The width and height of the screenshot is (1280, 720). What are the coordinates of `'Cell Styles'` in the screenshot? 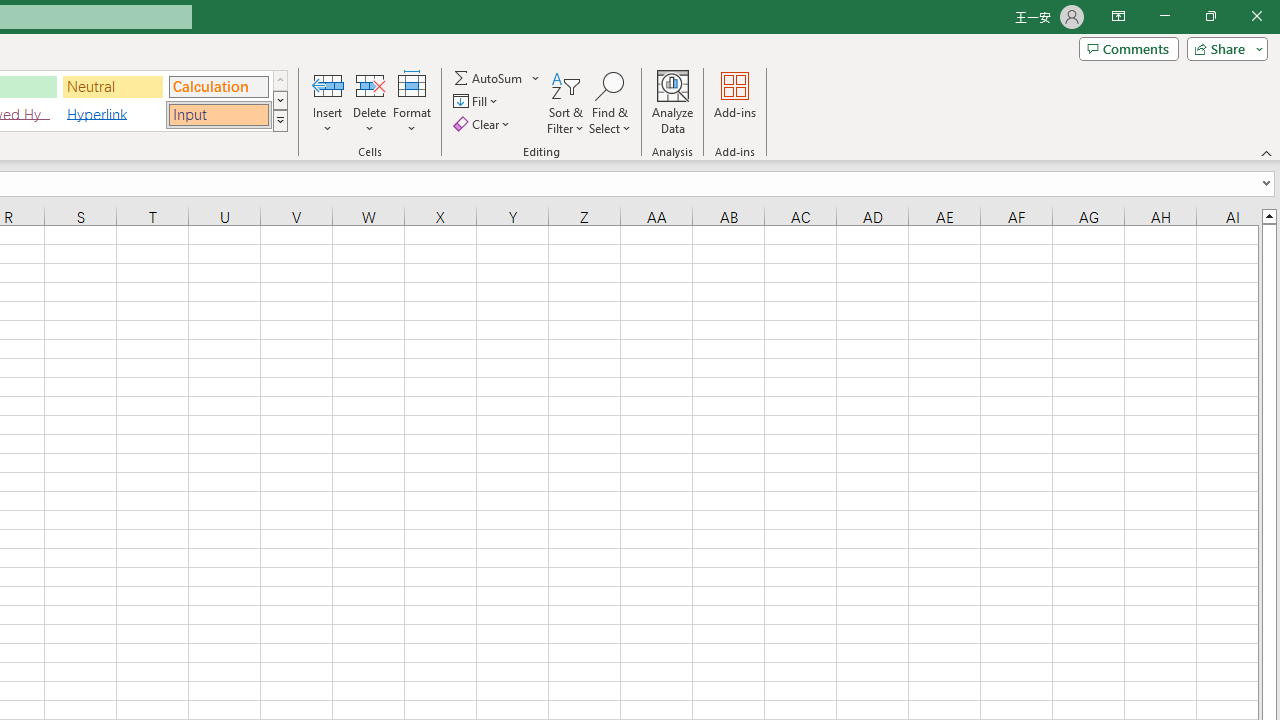 It's located at (279, 120).